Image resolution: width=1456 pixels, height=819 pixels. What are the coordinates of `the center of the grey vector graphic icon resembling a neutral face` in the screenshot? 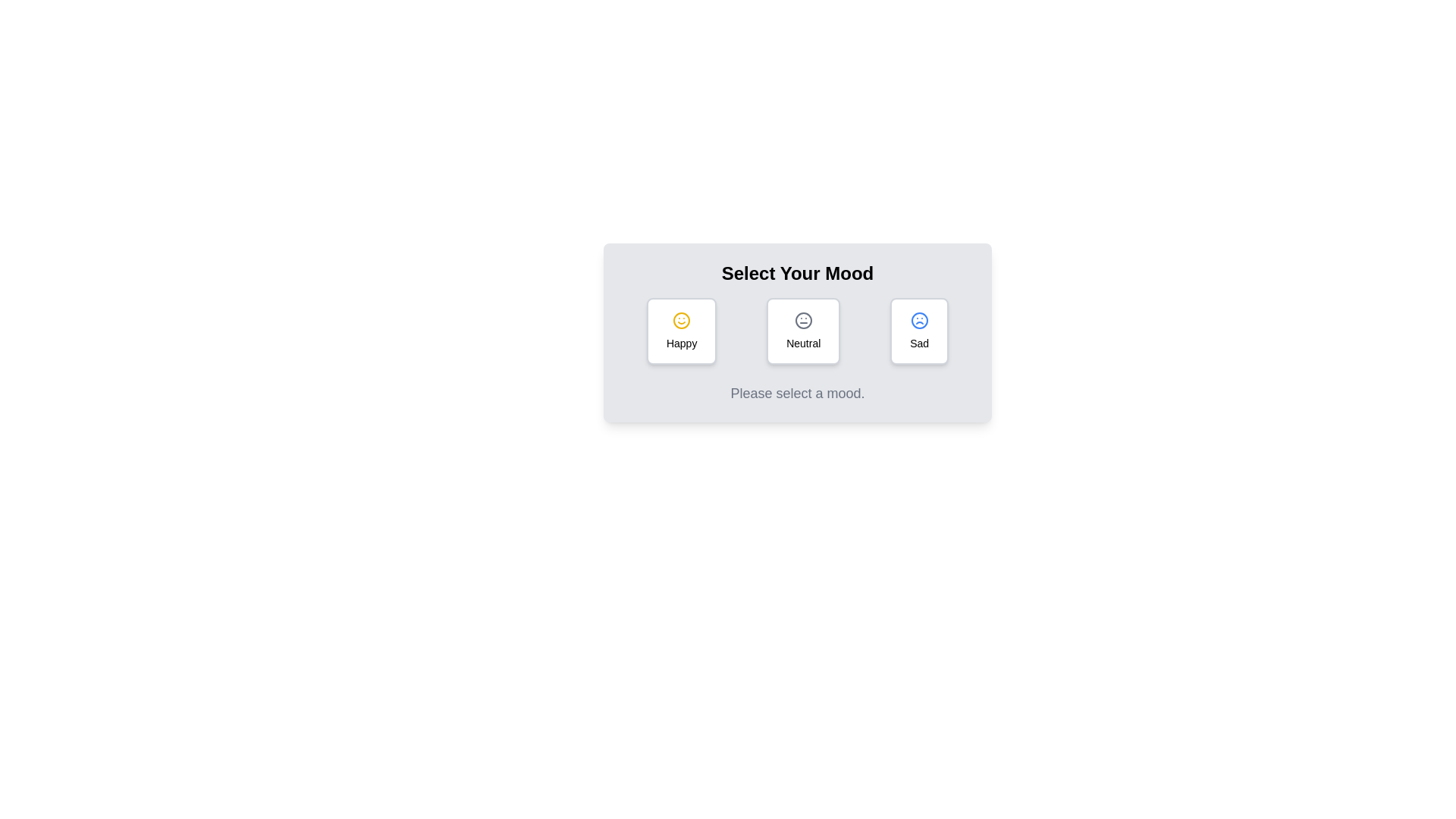 It's located at (802, 320).